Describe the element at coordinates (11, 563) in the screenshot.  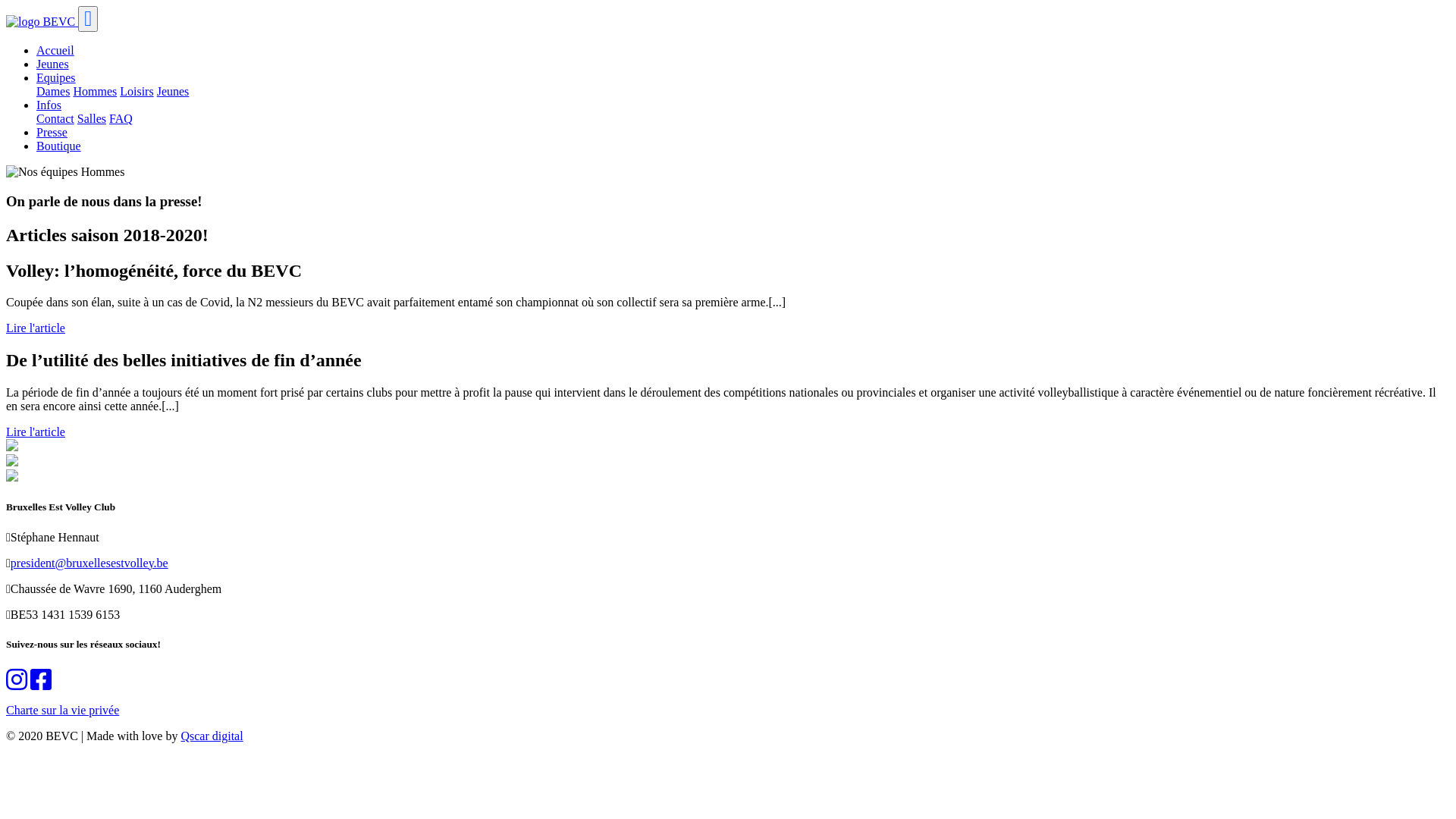
I see `'president@bruxellesestvolley.be'` at that location.